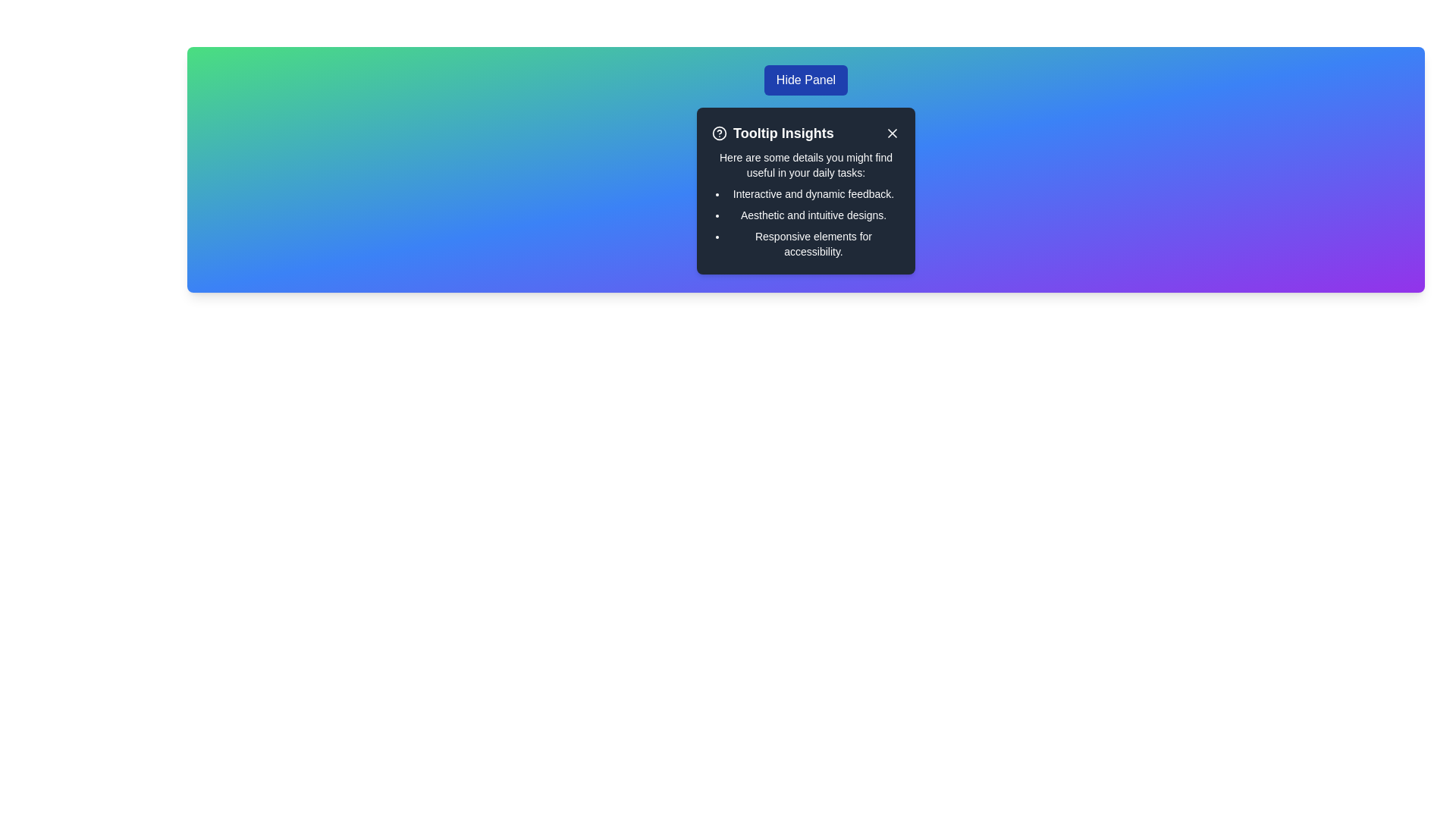  Describe the element at coordinates (892, 133) in the screenshot. I see `the icon button located at the rightmost part of the 'Tooltip Insights' panel` at that location.